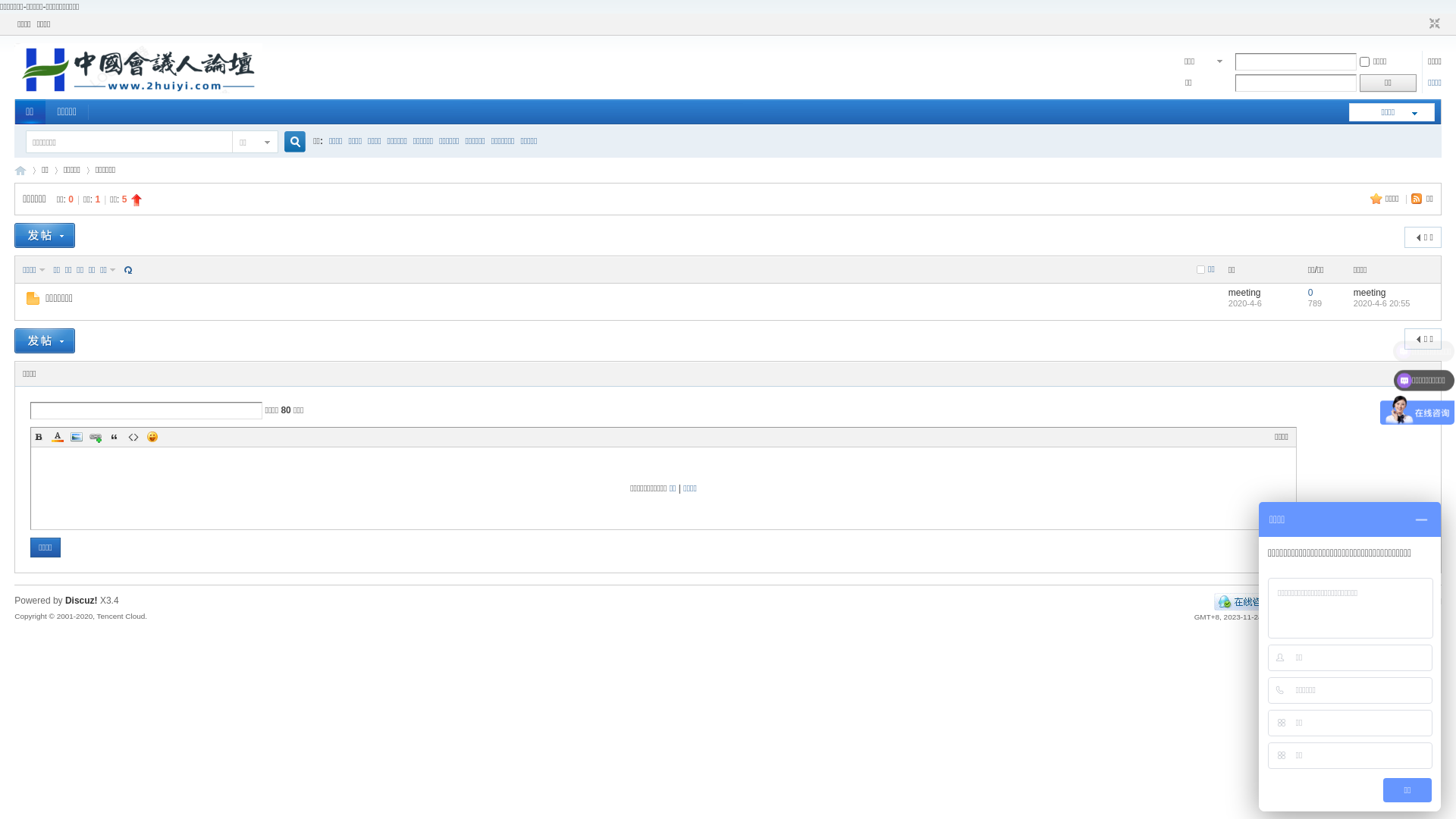 The height and width of the screenshot is (819, 1456). What do you see at coordinates (1244, 601) in the screenshot?
I see `'QQ'` at bounding box center [1244, 601].